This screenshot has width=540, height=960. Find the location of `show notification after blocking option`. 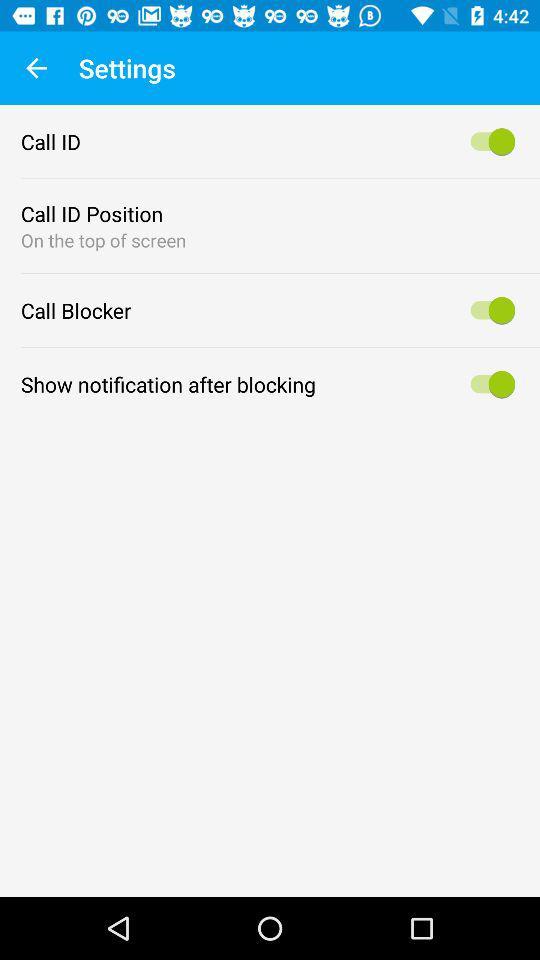

show notification after blocking option is located at coordinates (488, 383).